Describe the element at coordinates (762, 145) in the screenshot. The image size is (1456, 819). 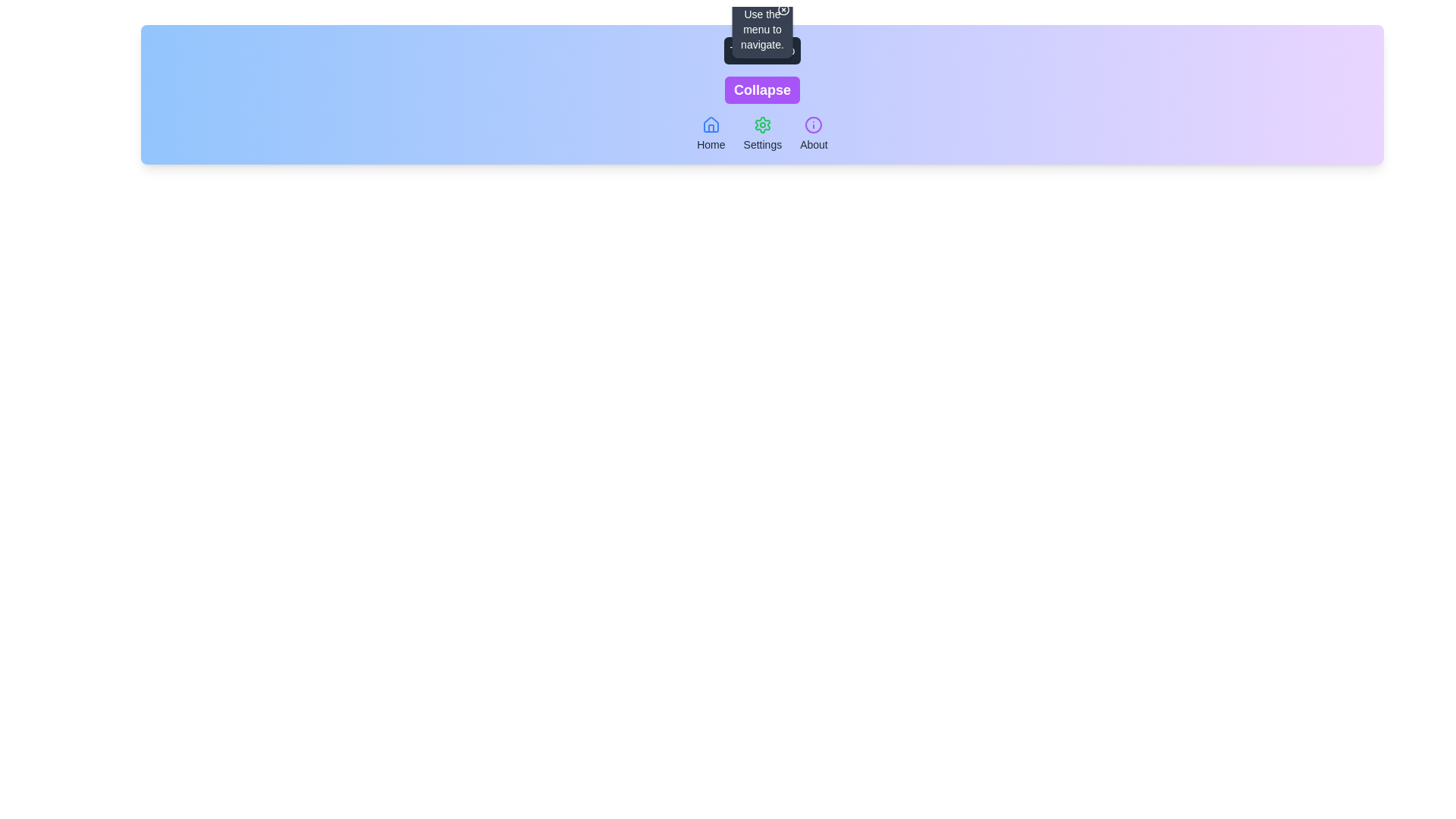
I see `the static text label displaying 'Settings' located below the green gear icon in the navigation section` at that location.